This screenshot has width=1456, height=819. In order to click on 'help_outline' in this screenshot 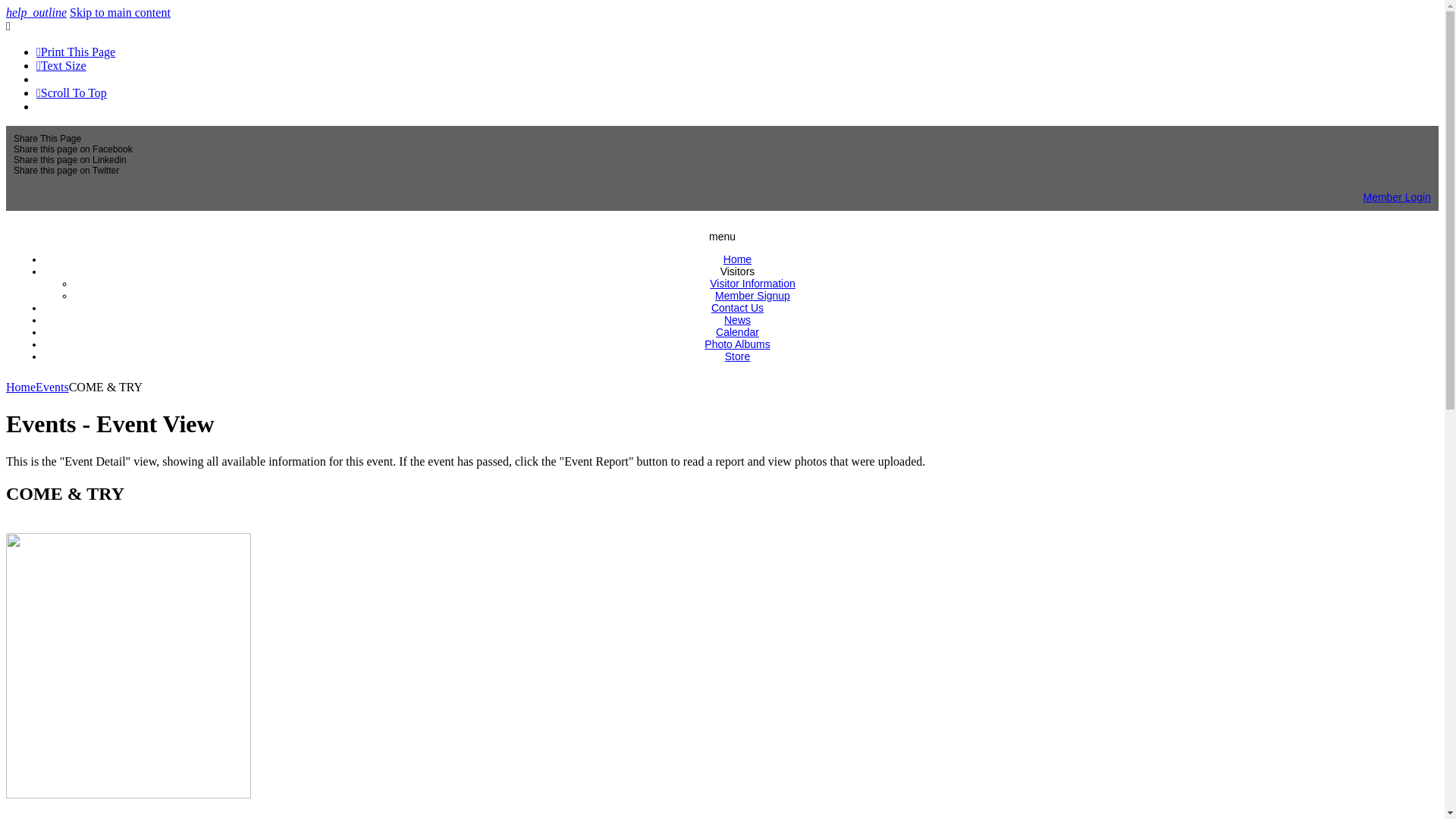, I will do `click(36, 12)`.